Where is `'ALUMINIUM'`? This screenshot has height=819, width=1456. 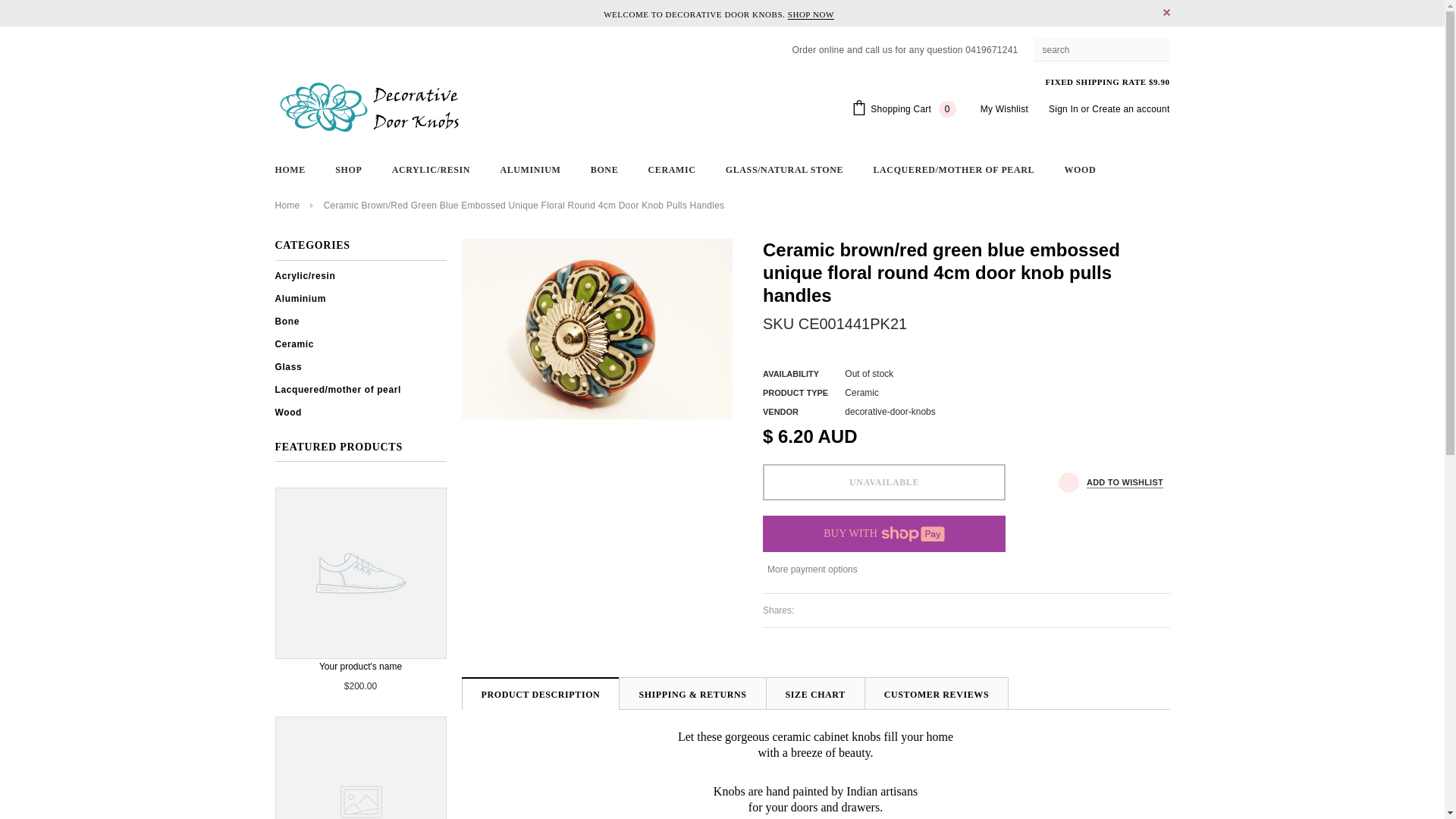 'ALUMINIUM' is located at coordinates (499, 169).